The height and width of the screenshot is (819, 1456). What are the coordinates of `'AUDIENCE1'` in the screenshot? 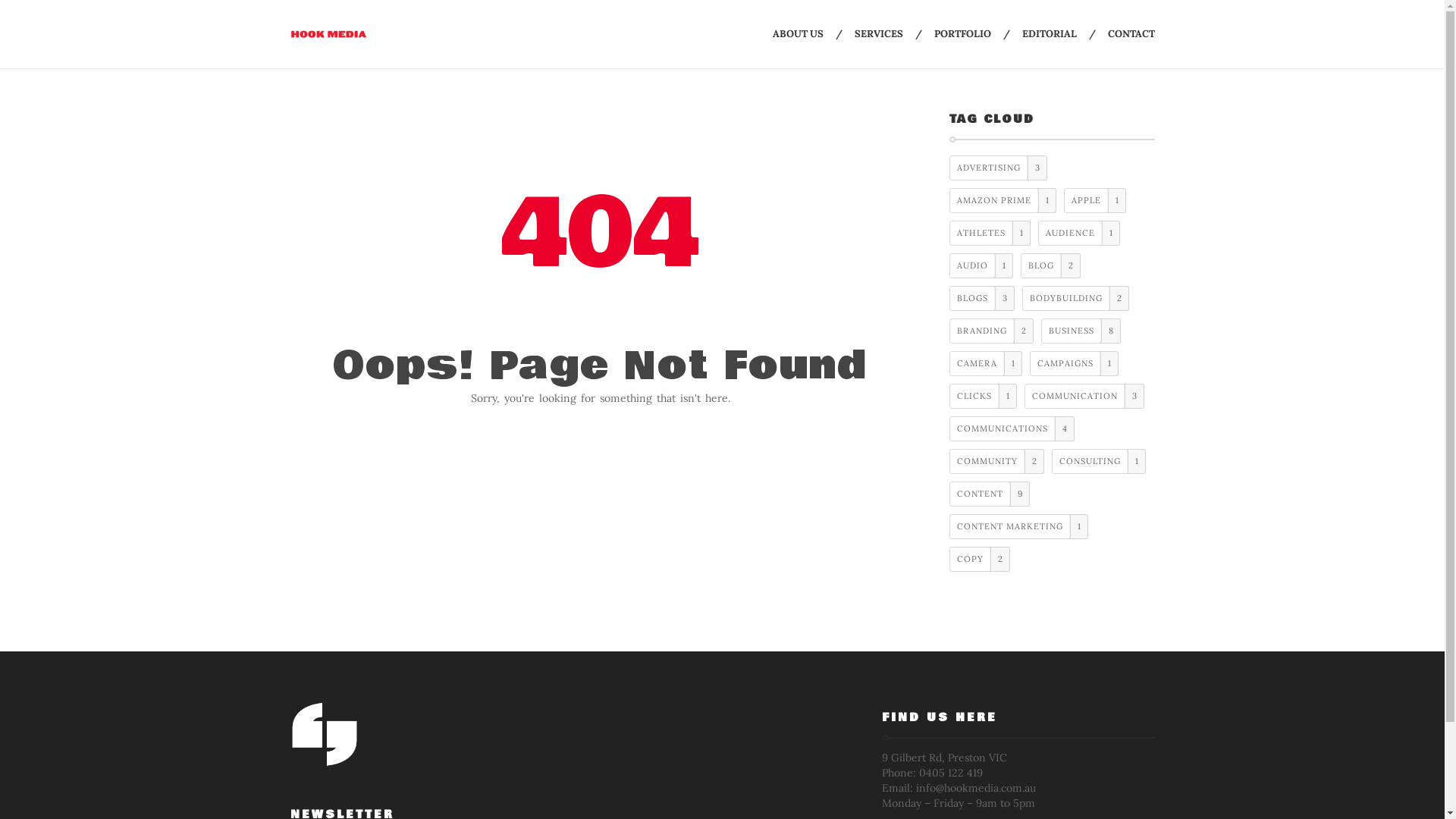 It's located at (1037, 233).